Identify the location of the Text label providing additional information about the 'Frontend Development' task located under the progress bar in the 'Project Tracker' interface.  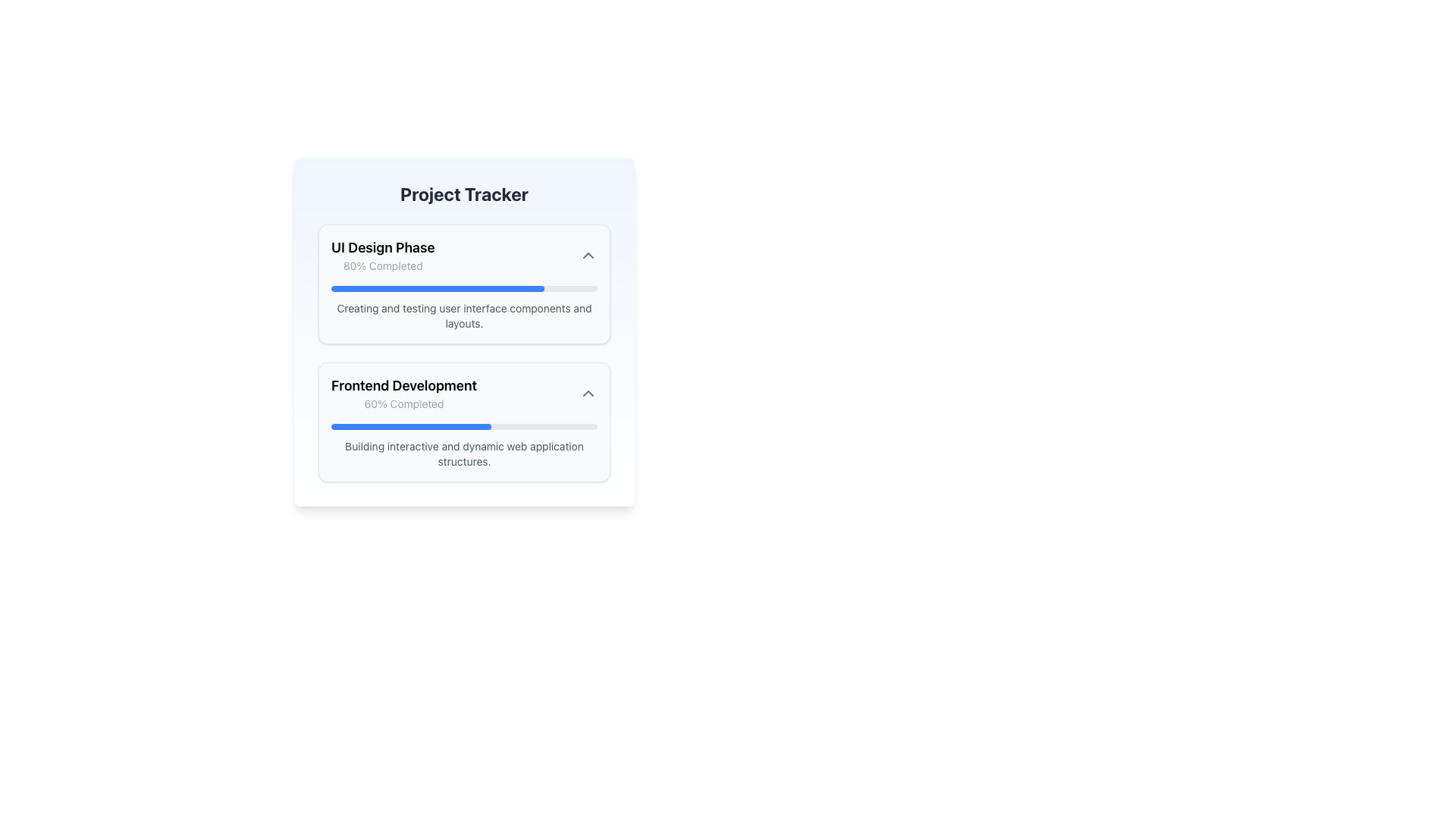
(463, 446).